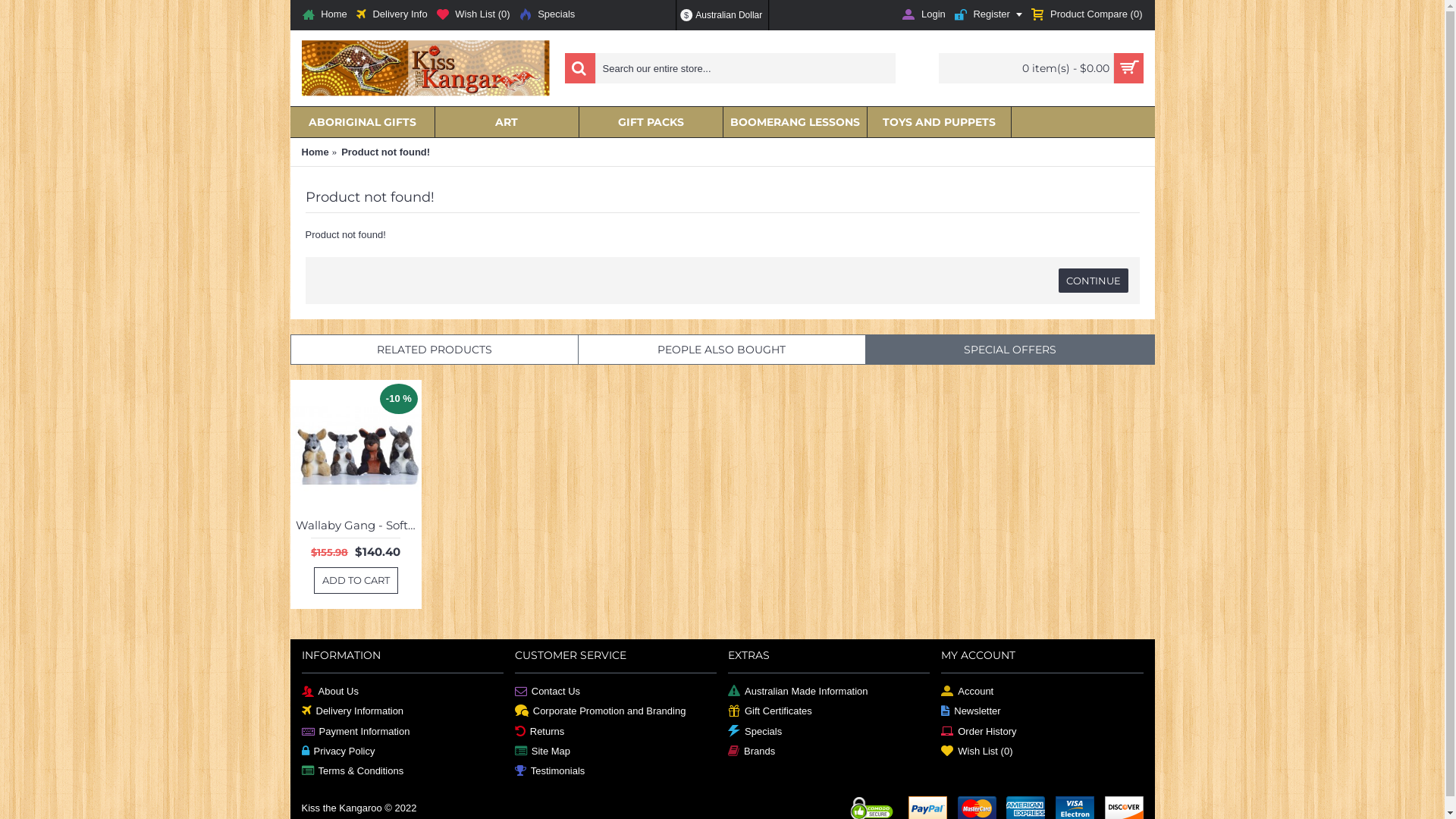 This screenshot has width=1456, height=819. What do you see at coordinates (898, 14) in the screenshot?
I see `'Login'` at bounding box center [898, 14].